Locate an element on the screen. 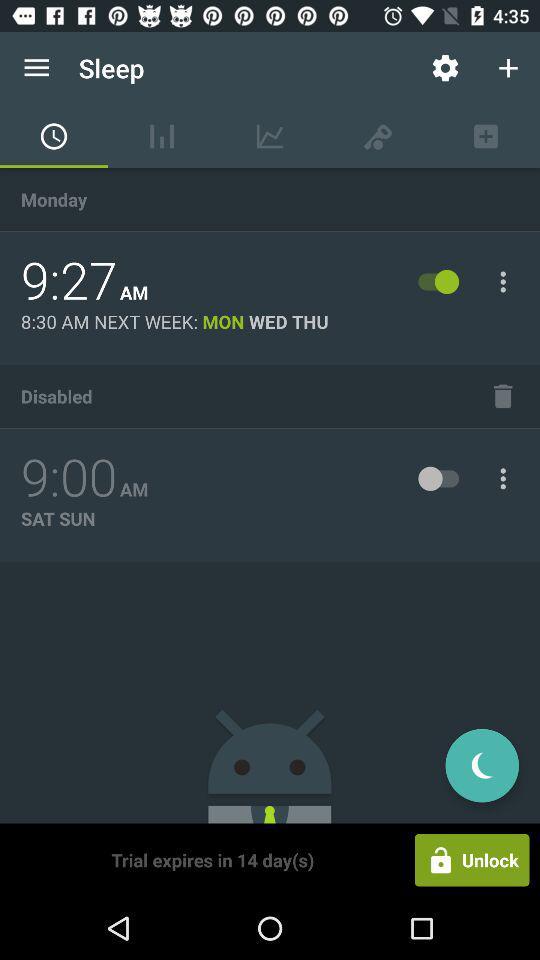 This screenshot has width=540, height=960. the arrow_backward icon is located at coordinates (481, 764).